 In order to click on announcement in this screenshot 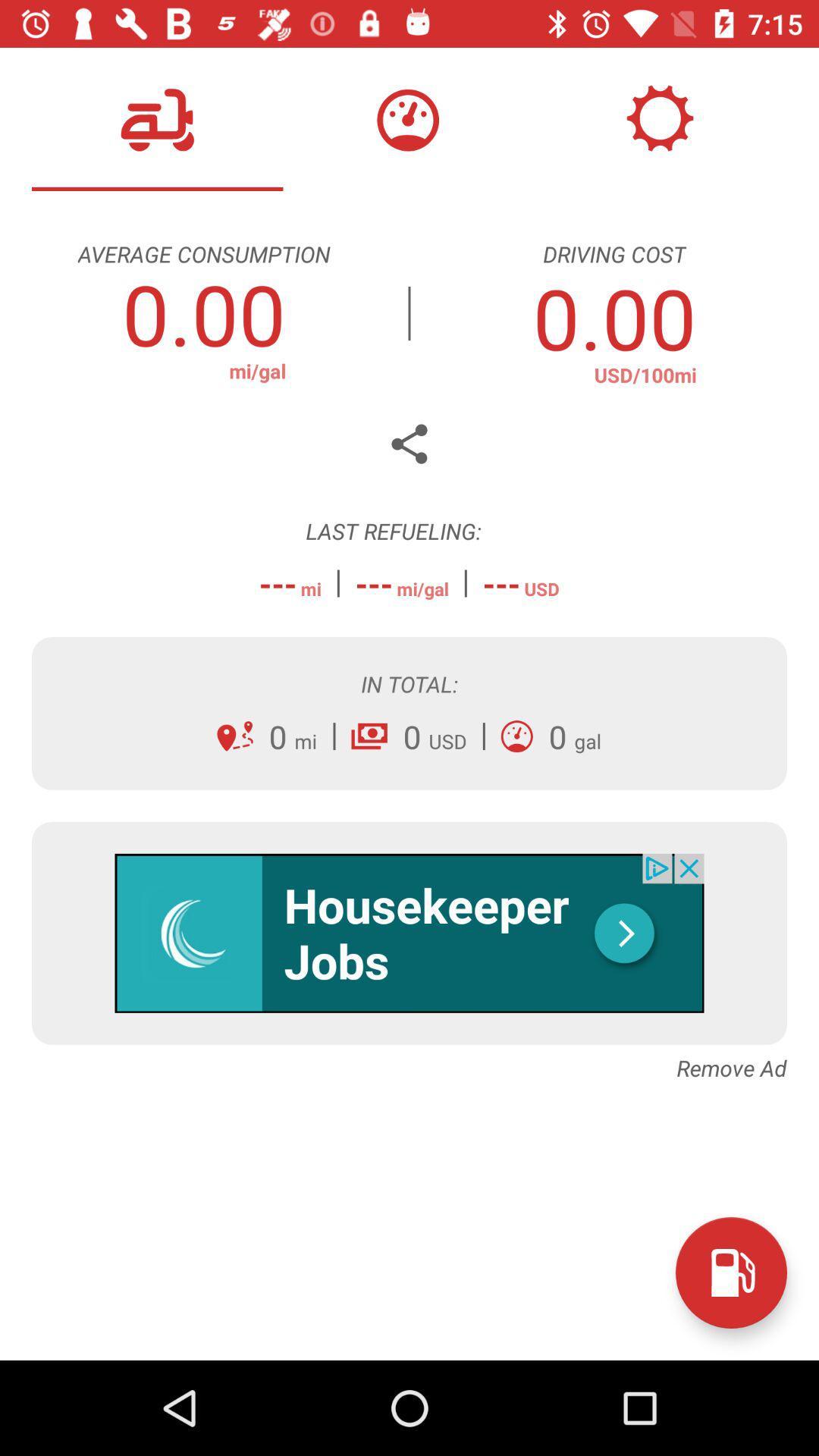, I will do `click(409, 932)`.